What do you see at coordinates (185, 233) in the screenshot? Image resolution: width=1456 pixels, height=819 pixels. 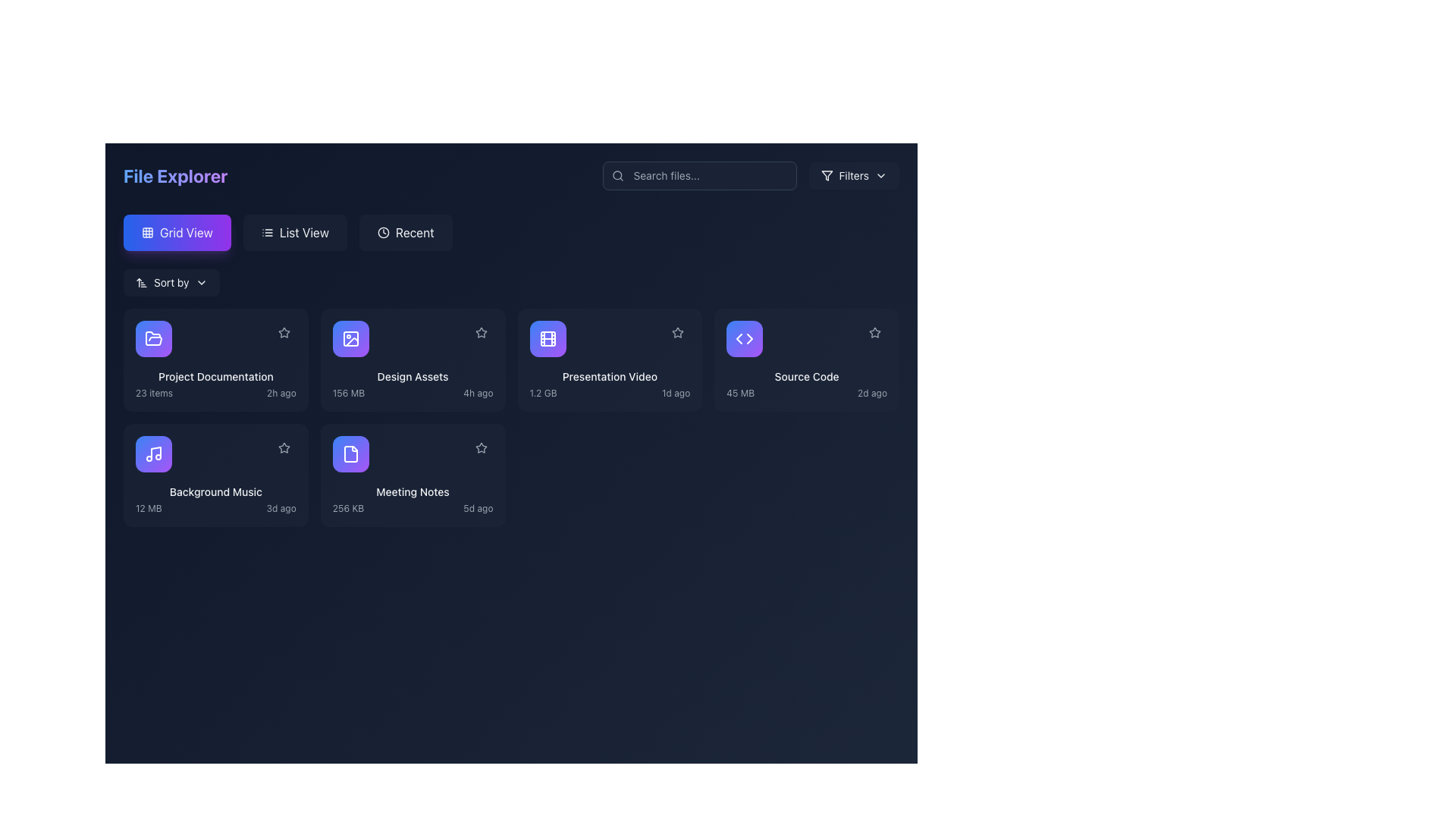 I see `the static text within the 'Grid View' button located at the top-left corner of the layout, which indicates the current viewing mode` at bounding box center [185, 233].